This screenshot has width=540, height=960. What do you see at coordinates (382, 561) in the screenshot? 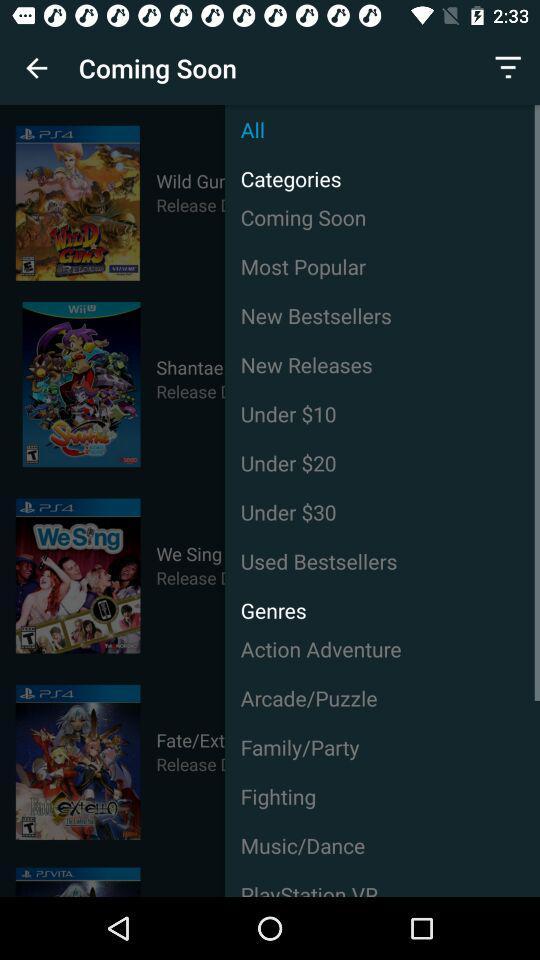
I see `the icon next to we sing icon` at bounding box center [382, 561].